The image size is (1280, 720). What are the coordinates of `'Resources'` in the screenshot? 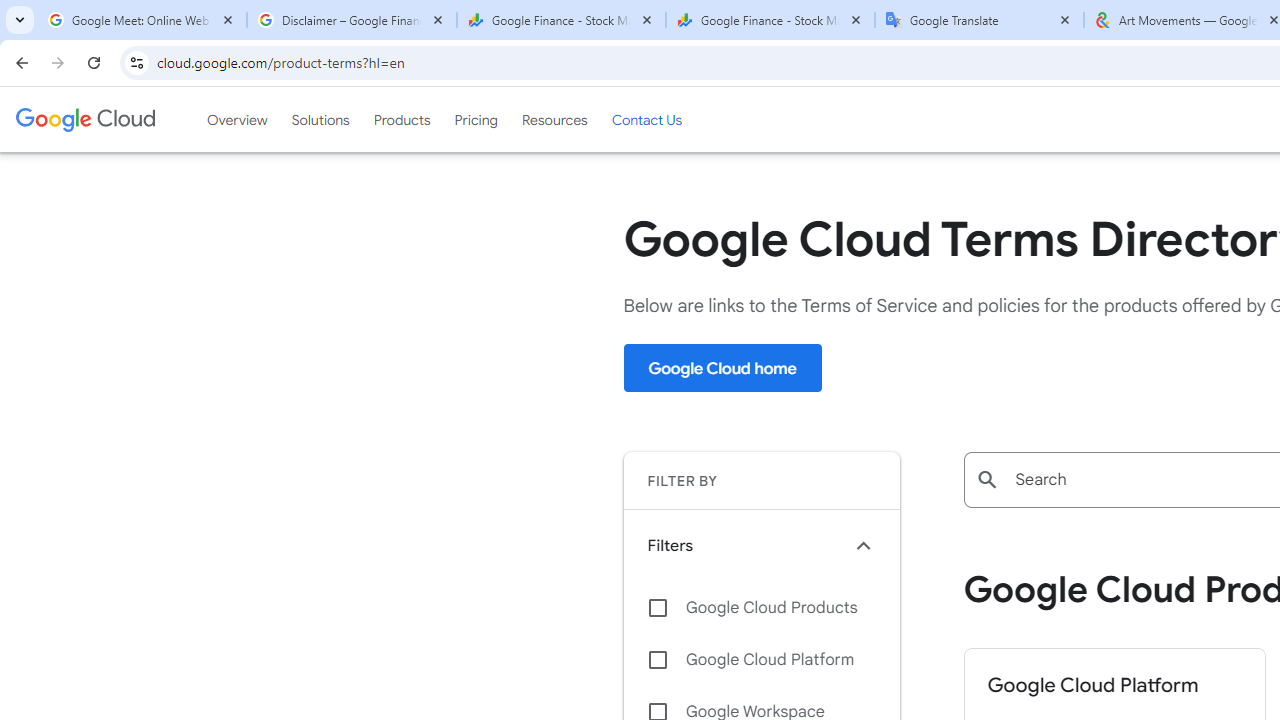 It's located at (554, 119).